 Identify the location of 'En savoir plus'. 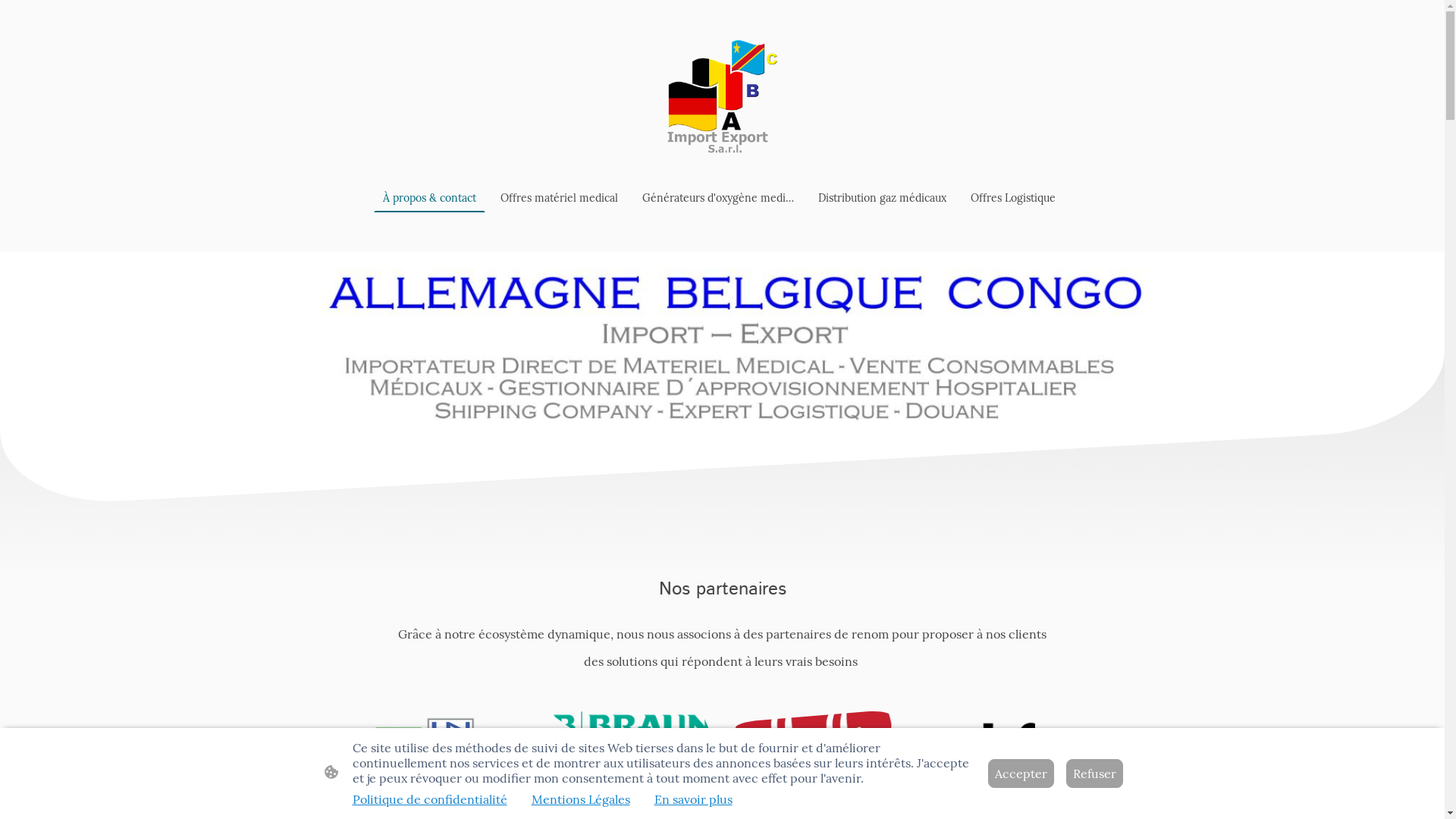
(692, 798).